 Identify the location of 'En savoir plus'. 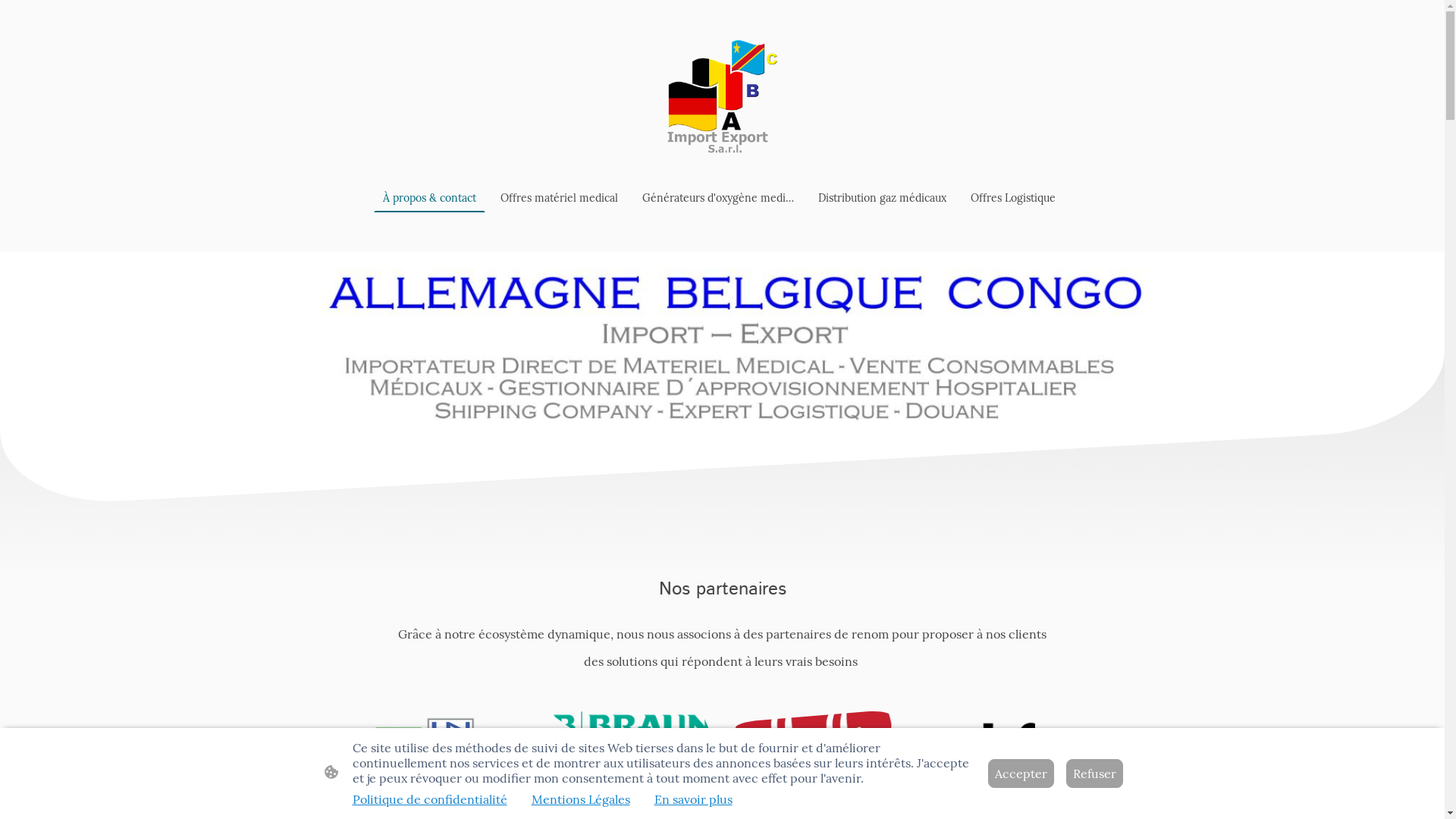
(692, 798).